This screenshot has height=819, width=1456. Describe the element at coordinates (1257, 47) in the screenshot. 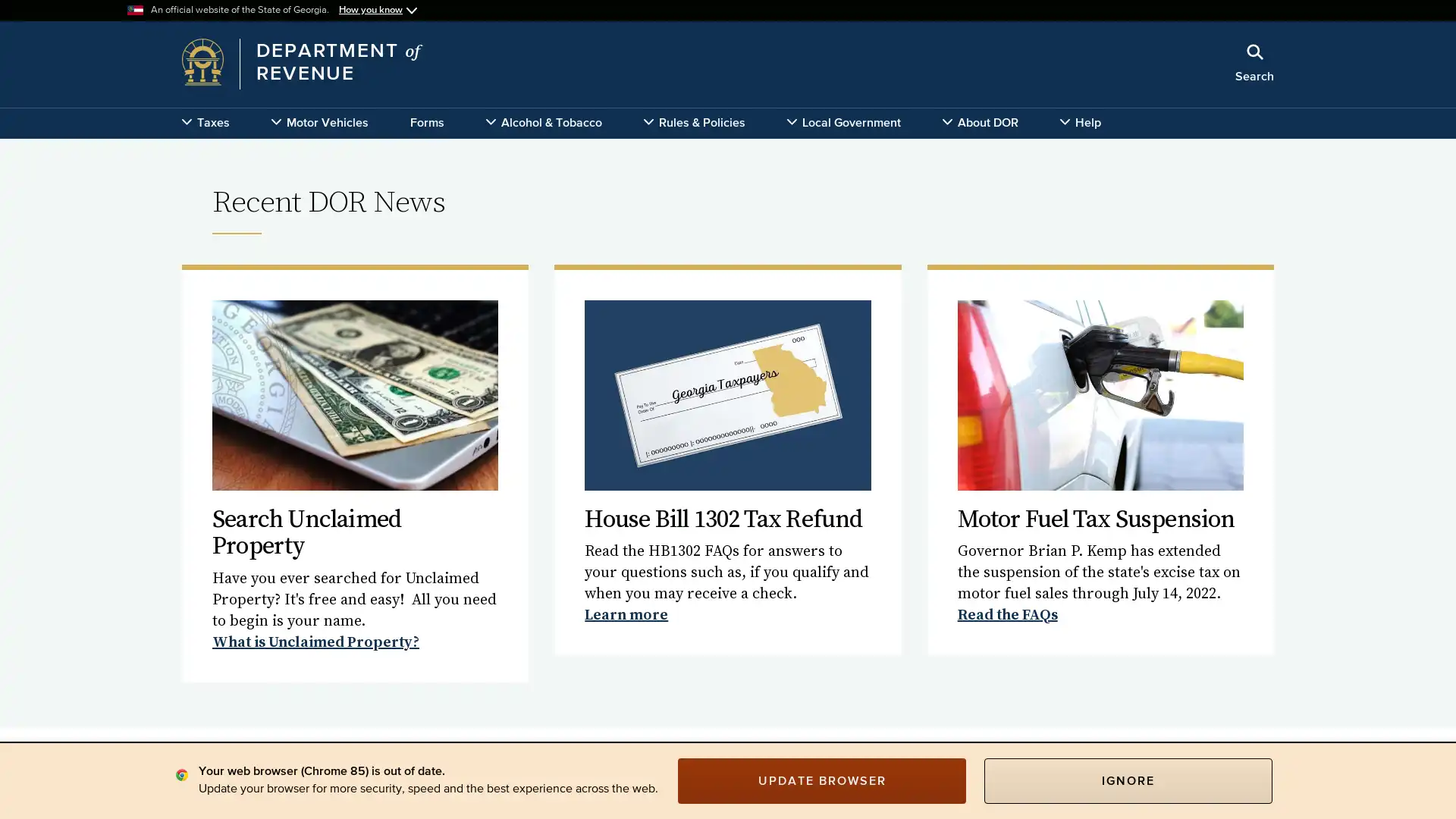

I see `Close` at that location.